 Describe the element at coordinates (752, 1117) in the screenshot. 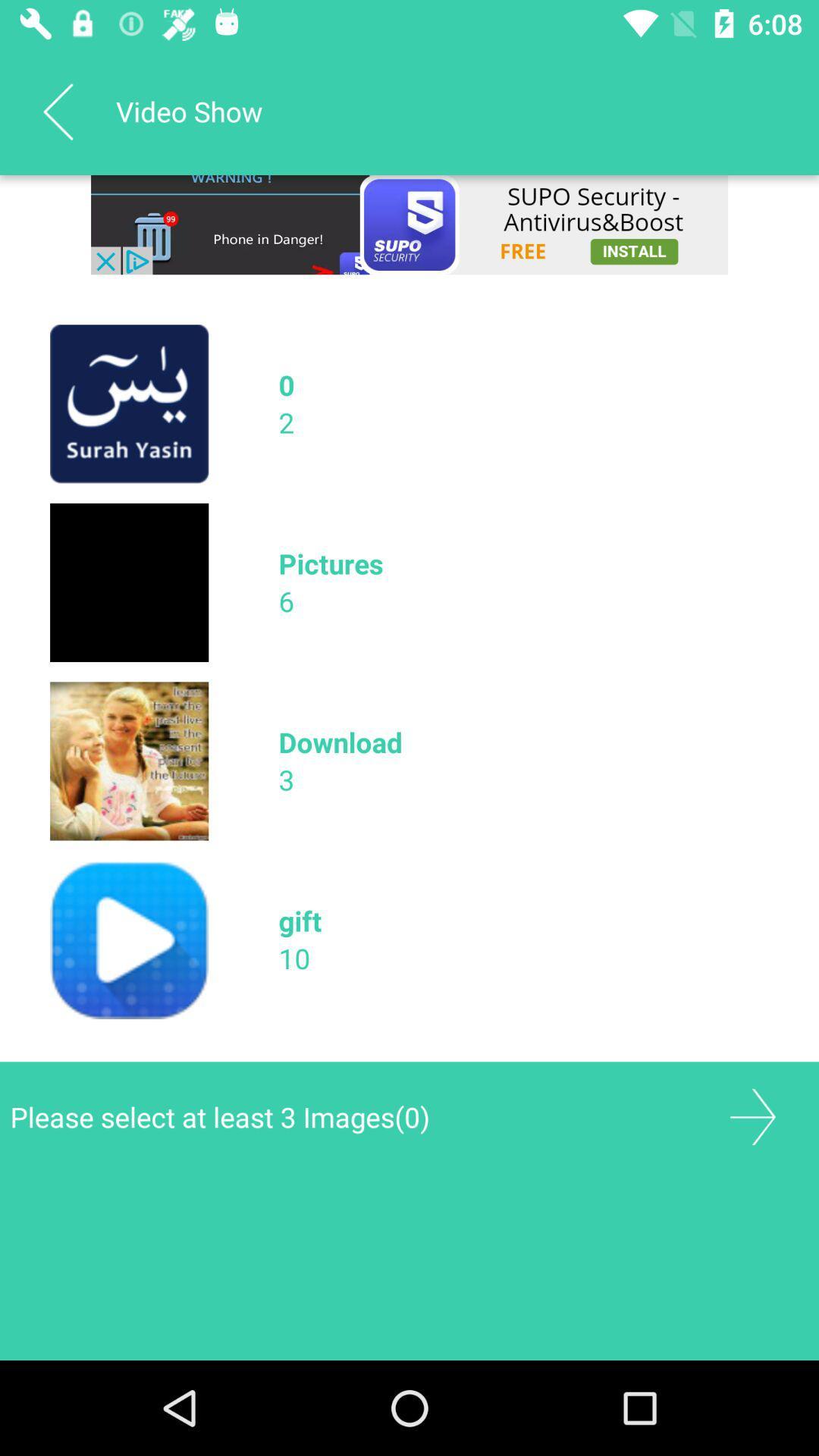

I see `the arrow_forward icon` at that location.